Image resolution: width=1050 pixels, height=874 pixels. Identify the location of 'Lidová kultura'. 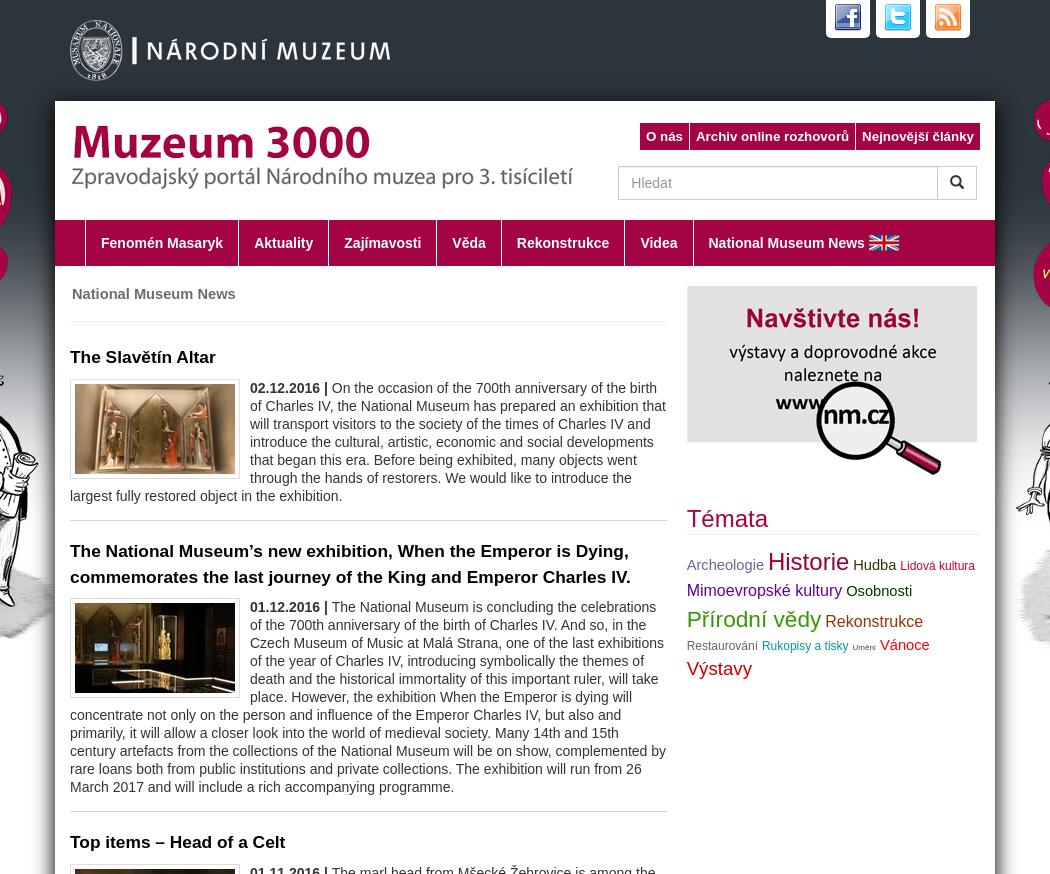
(937, 566).